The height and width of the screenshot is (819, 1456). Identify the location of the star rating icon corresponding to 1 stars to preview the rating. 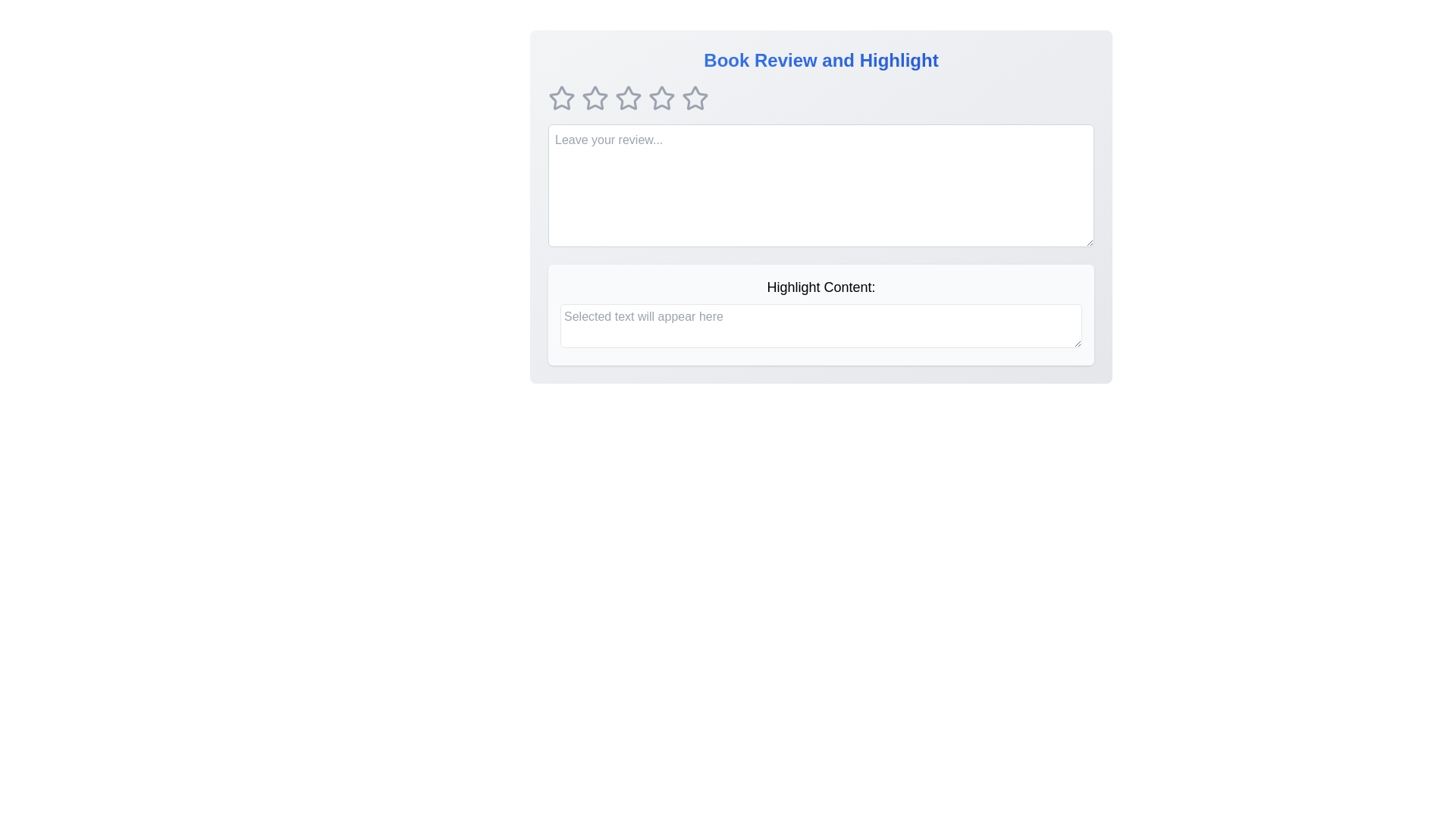
(560, 99).